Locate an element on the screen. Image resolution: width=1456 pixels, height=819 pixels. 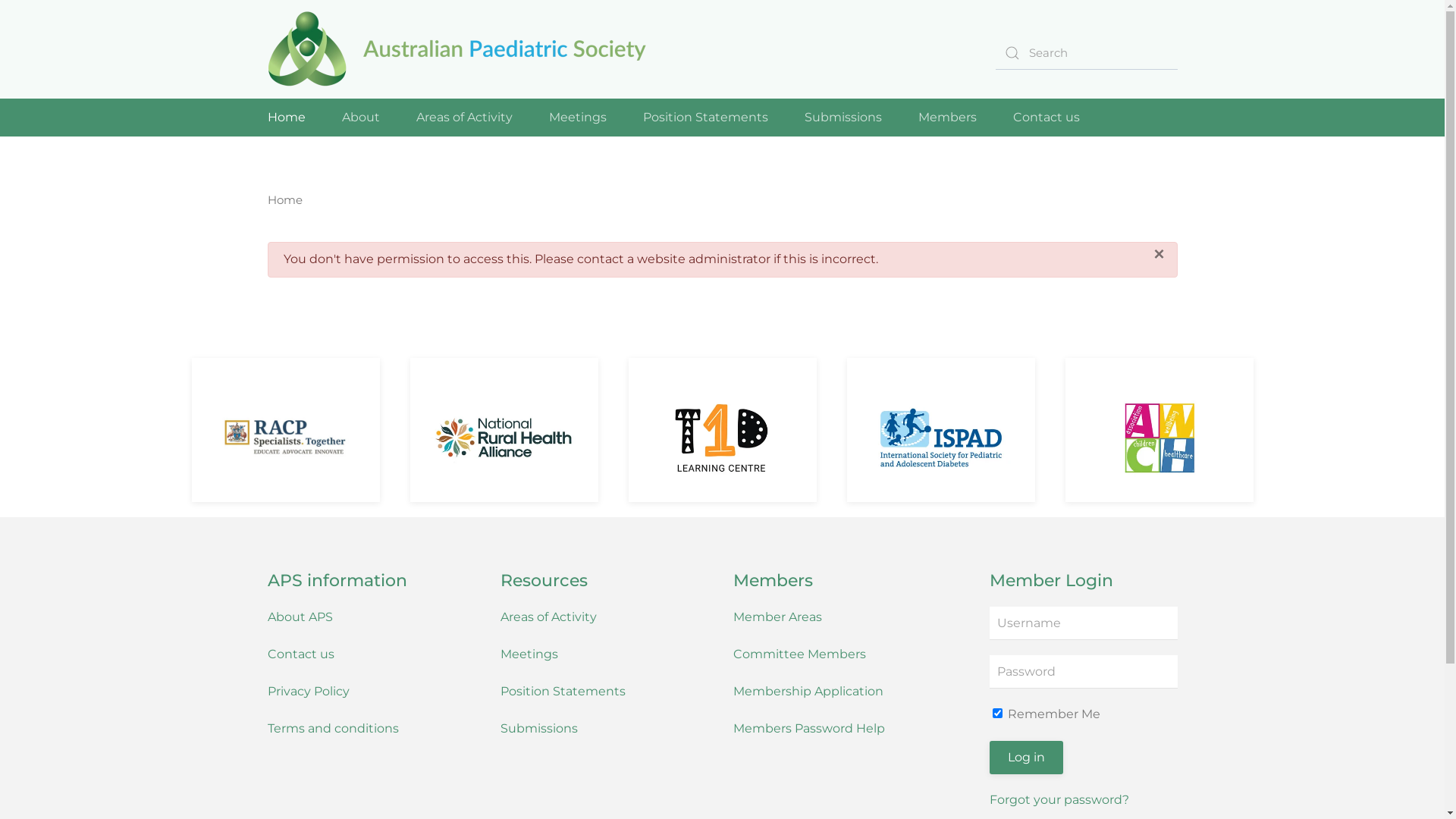
'Submissions' is located at coordinates (500, 727).